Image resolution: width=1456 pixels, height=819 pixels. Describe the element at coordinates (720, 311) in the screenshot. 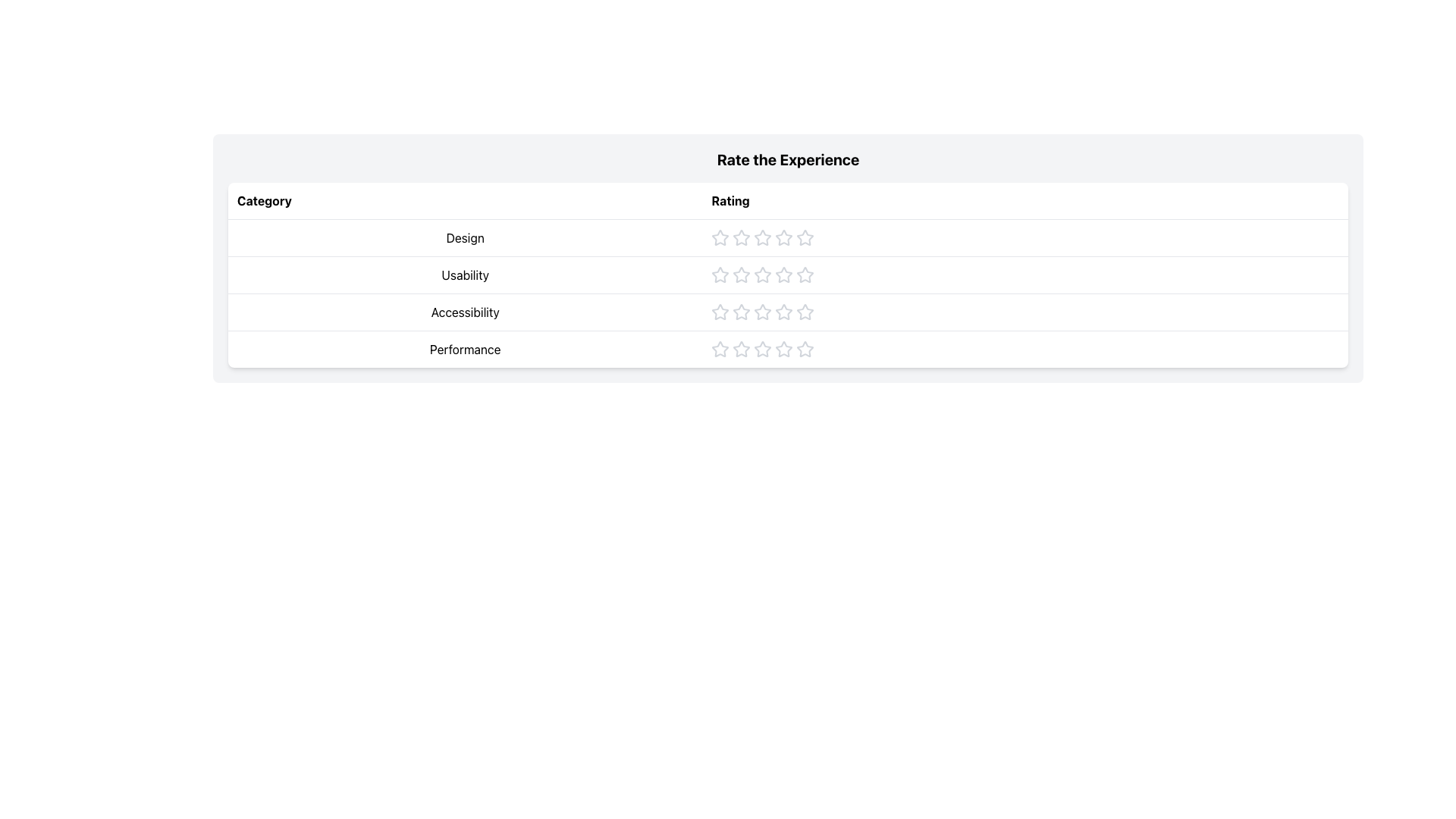

I see `the first star icon in the 'Accessibility' rating section` at that location.